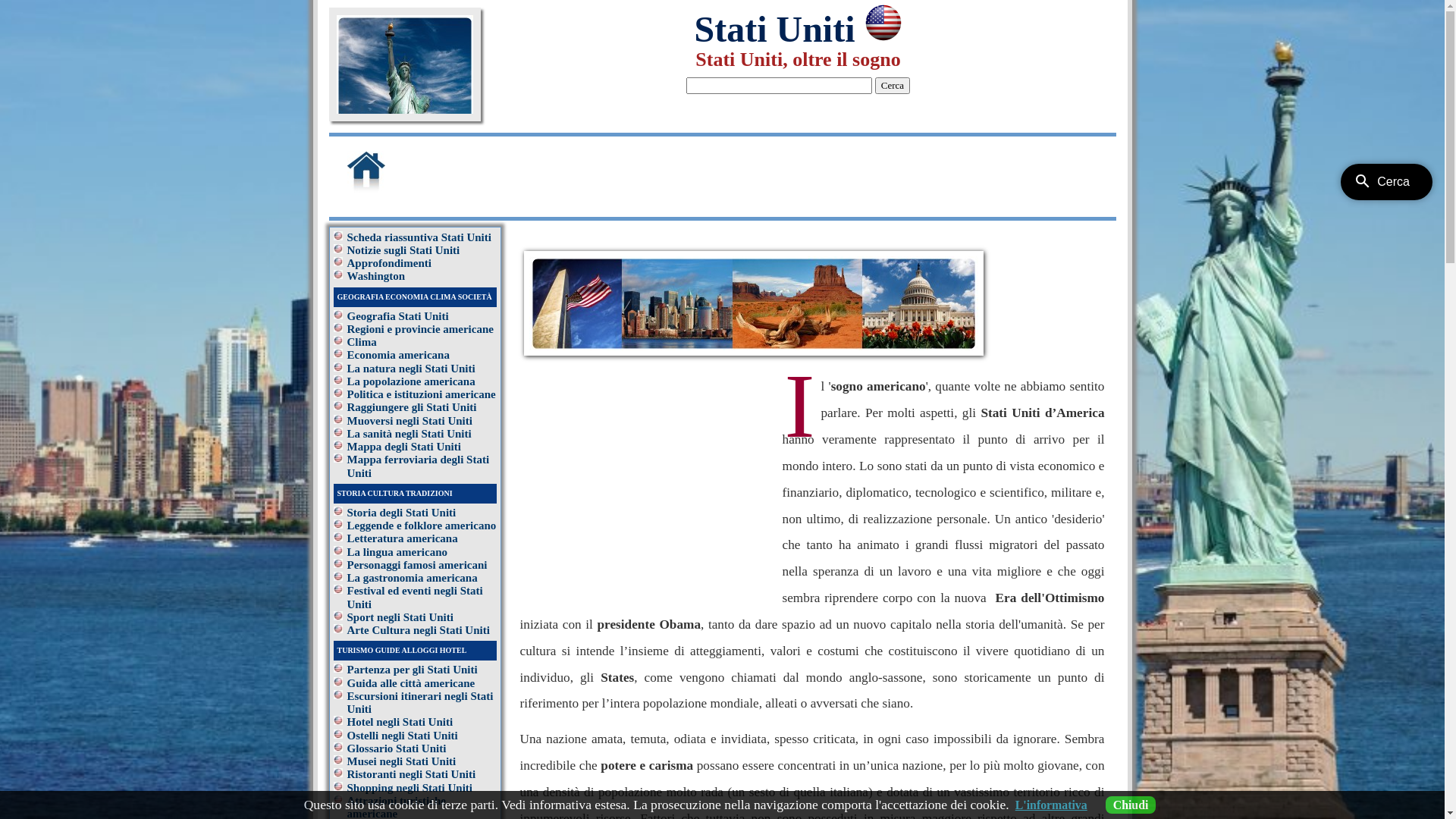 Image resolution: width=1456 pixels, height=819 pixels. Describe the element at coordinates (412, 406) in the screenshot. I see `'Raggiungere gli Stati Uniti'` at that location.